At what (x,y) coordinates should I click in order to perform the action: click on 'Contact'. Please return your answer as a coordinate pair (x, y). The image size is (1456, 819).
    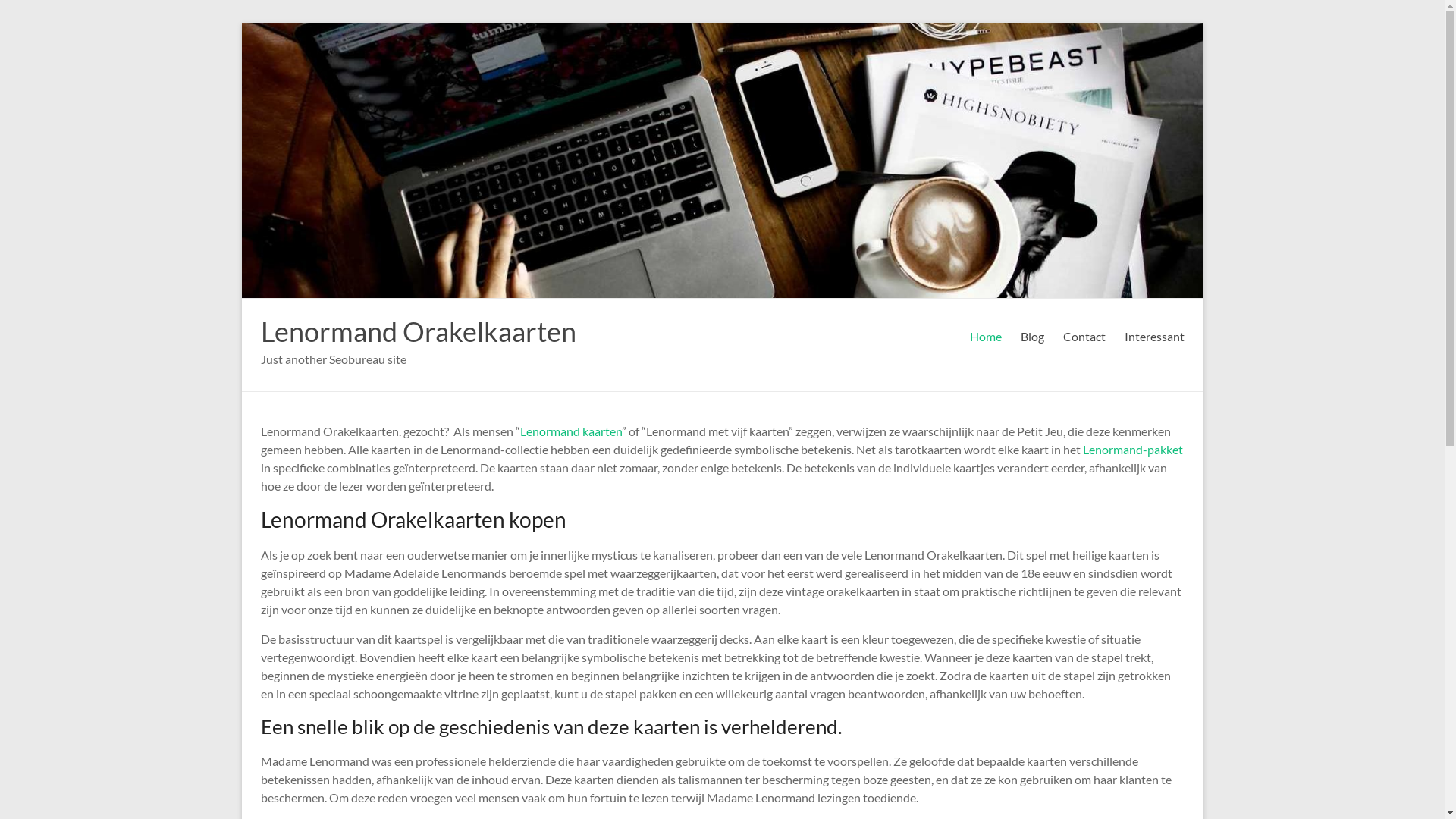
    Looking at the image, I should click on (1084, 335).